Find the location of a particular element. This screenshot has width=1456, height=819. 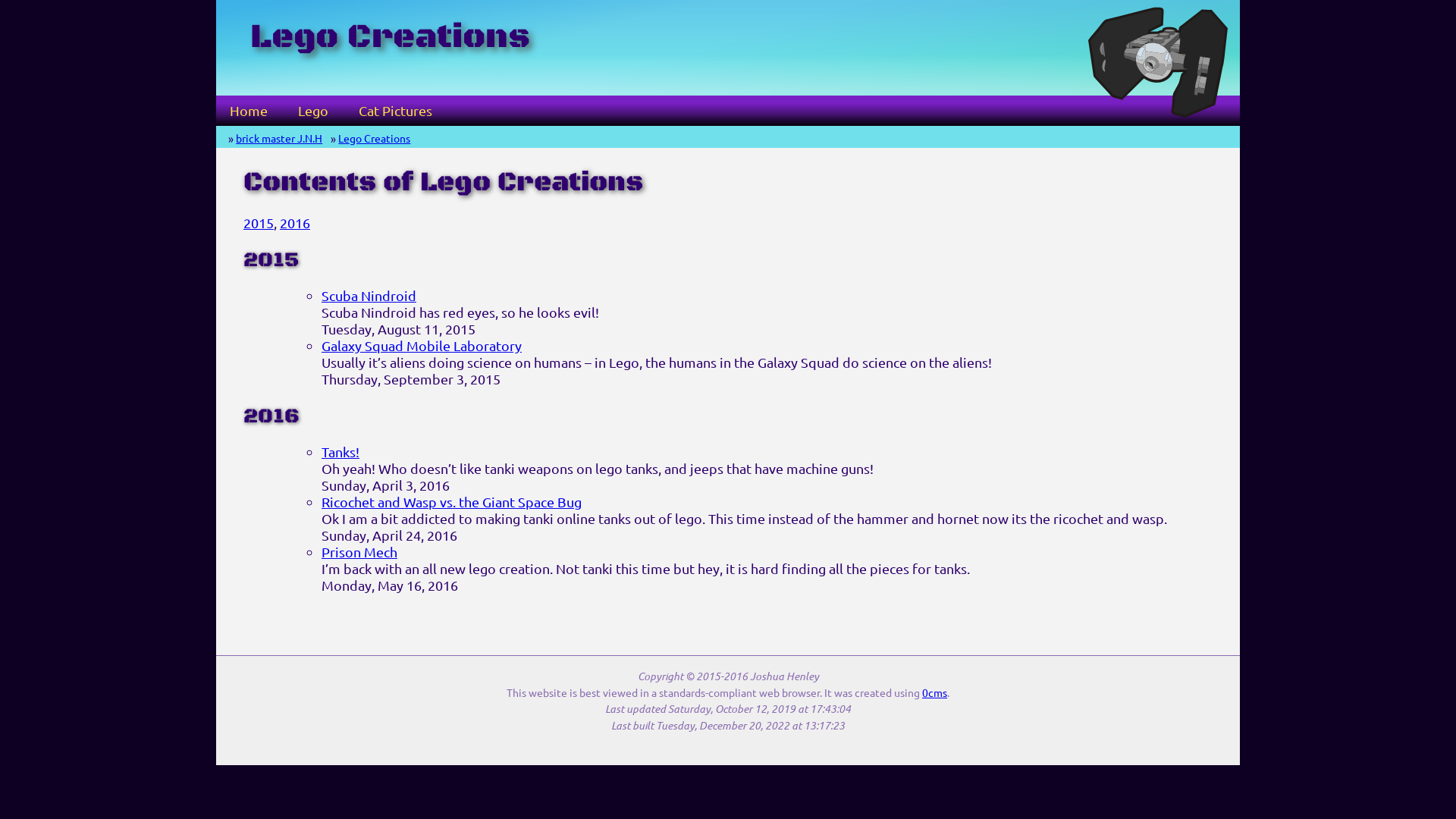

'Lego Creations' is located at coordinates (374, 137).